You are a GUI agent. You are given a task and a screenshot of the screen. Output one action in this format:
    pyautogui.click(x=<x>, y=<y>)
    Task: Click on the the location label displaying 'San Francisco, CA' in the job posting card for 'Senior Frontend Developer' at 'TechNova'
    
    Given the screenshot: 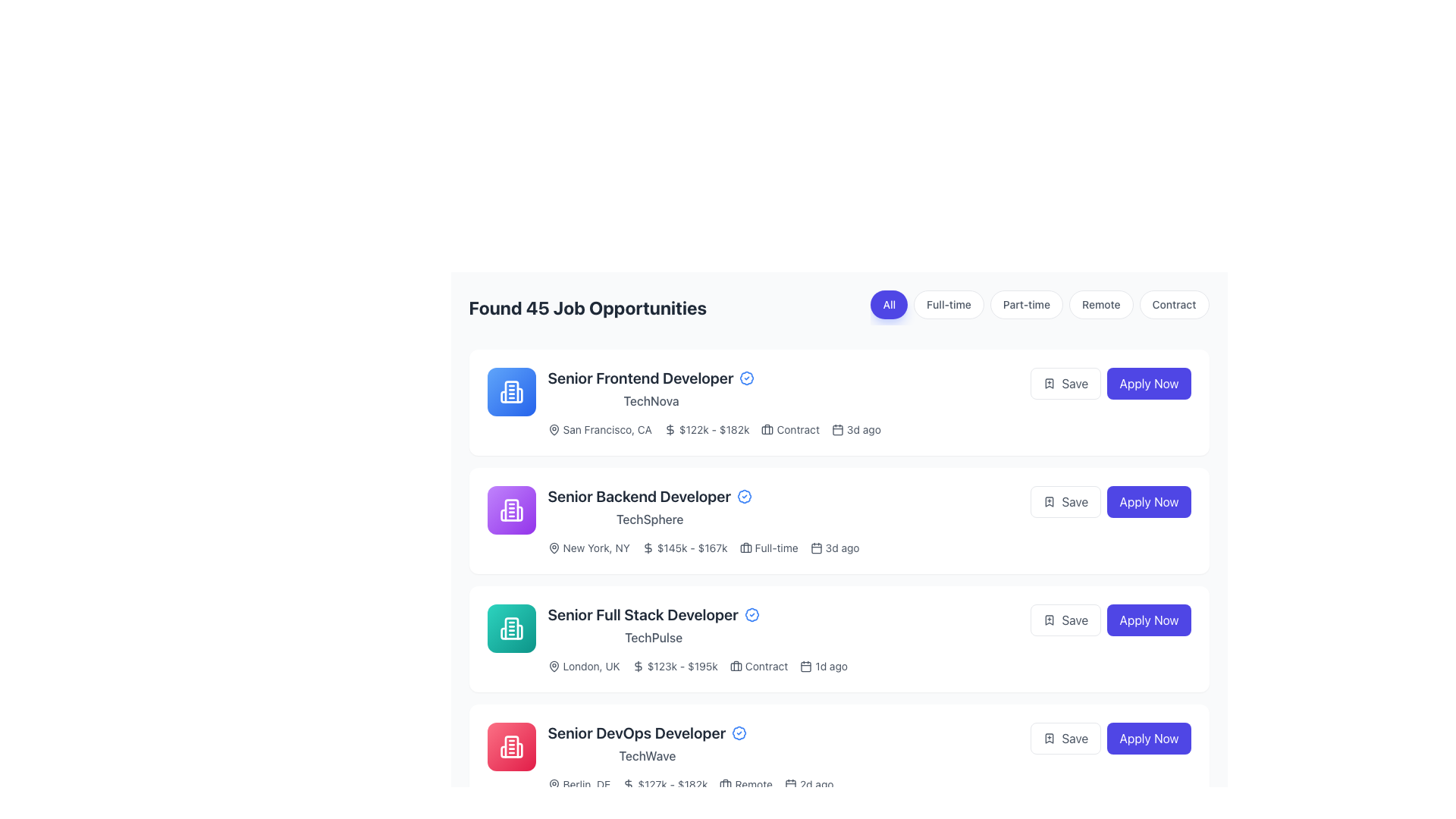 What is the action you would take?
    pyautogui.click(x=599, y=430)
    